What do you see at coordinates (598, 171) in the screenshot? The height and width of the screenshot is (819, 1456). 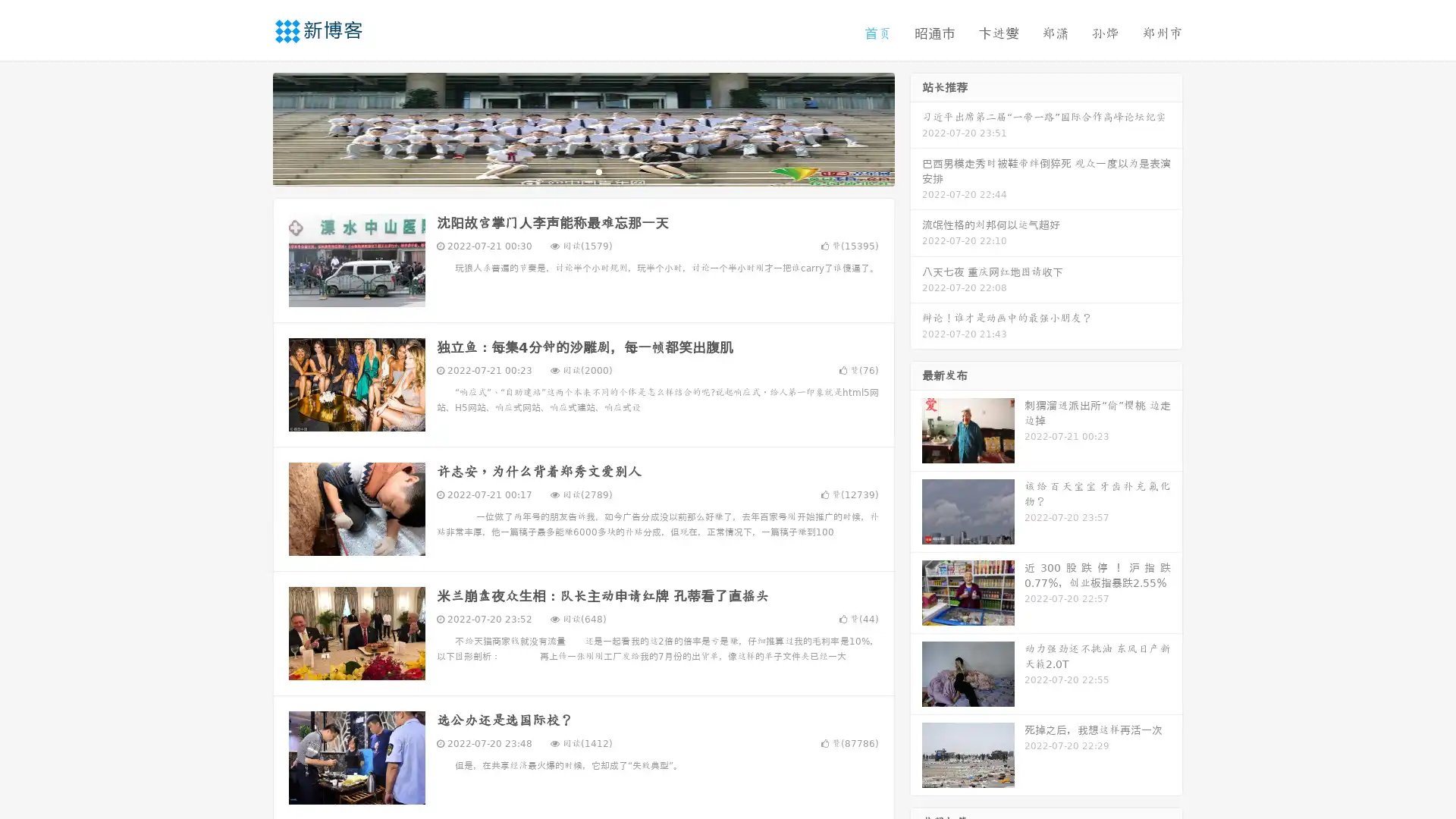 I see `Go to slide 3` at bounding box center [598, 171].